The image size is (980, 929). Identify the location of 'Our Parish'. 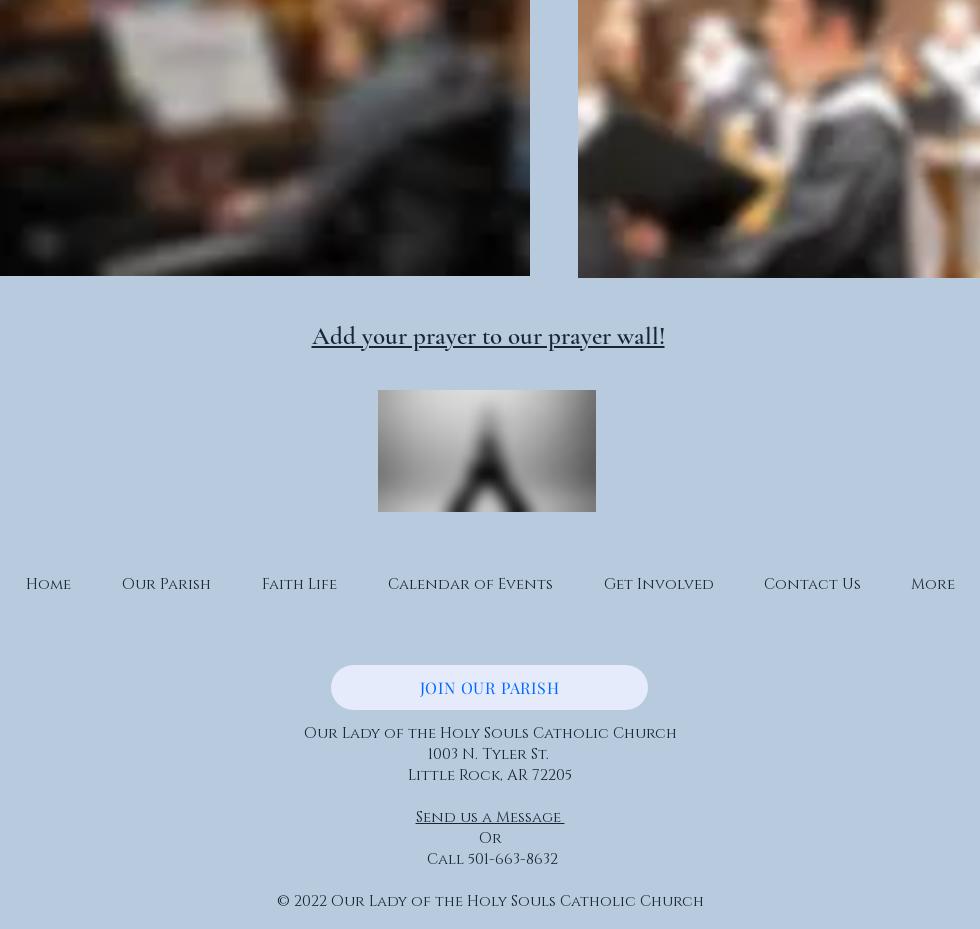
(165, 583).